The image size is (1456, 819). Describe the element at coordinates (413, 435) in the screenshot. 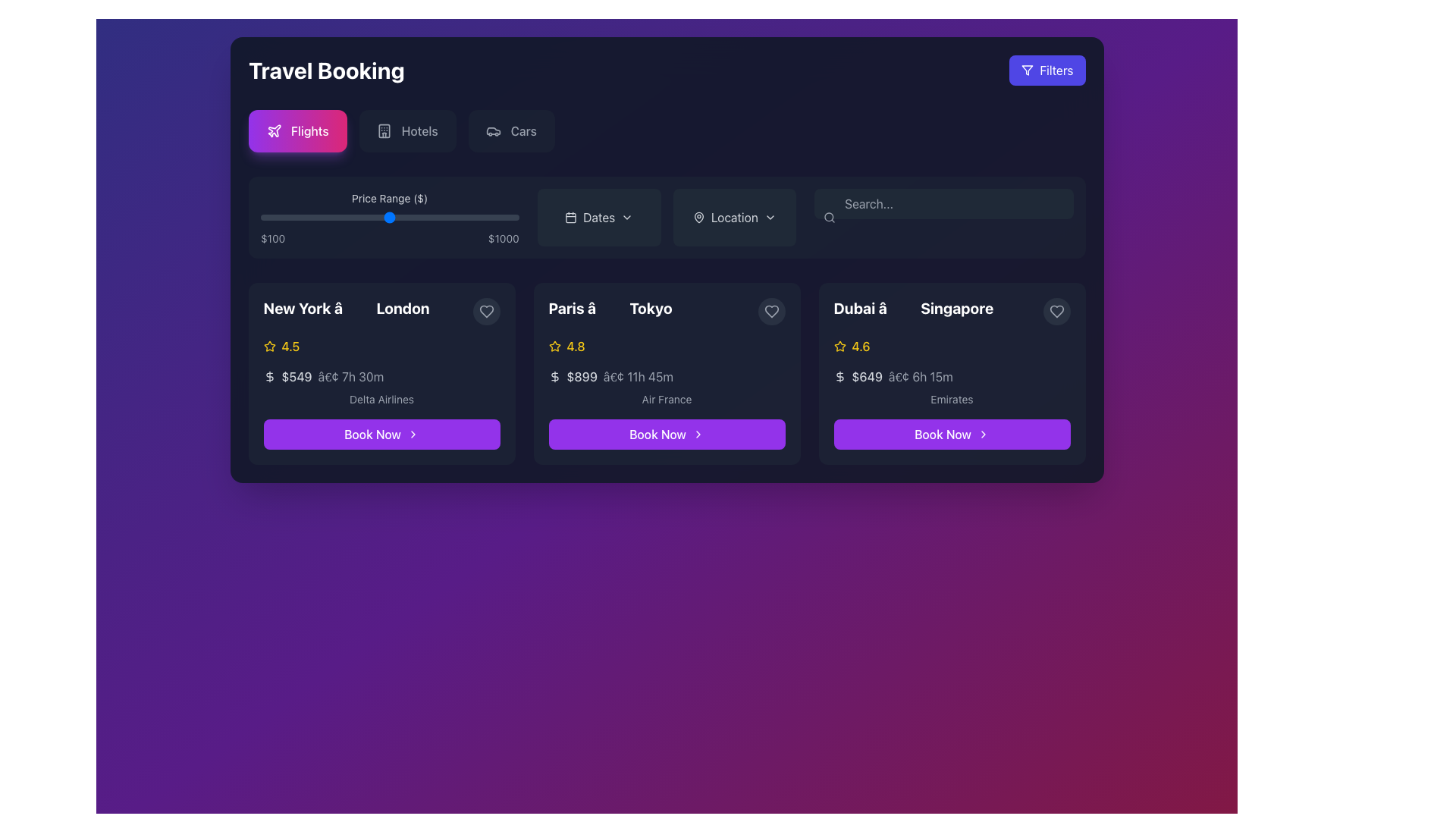

I see `the right-facing chevron icon inside the 'Book Now' button to indicate a forward action` at that location.